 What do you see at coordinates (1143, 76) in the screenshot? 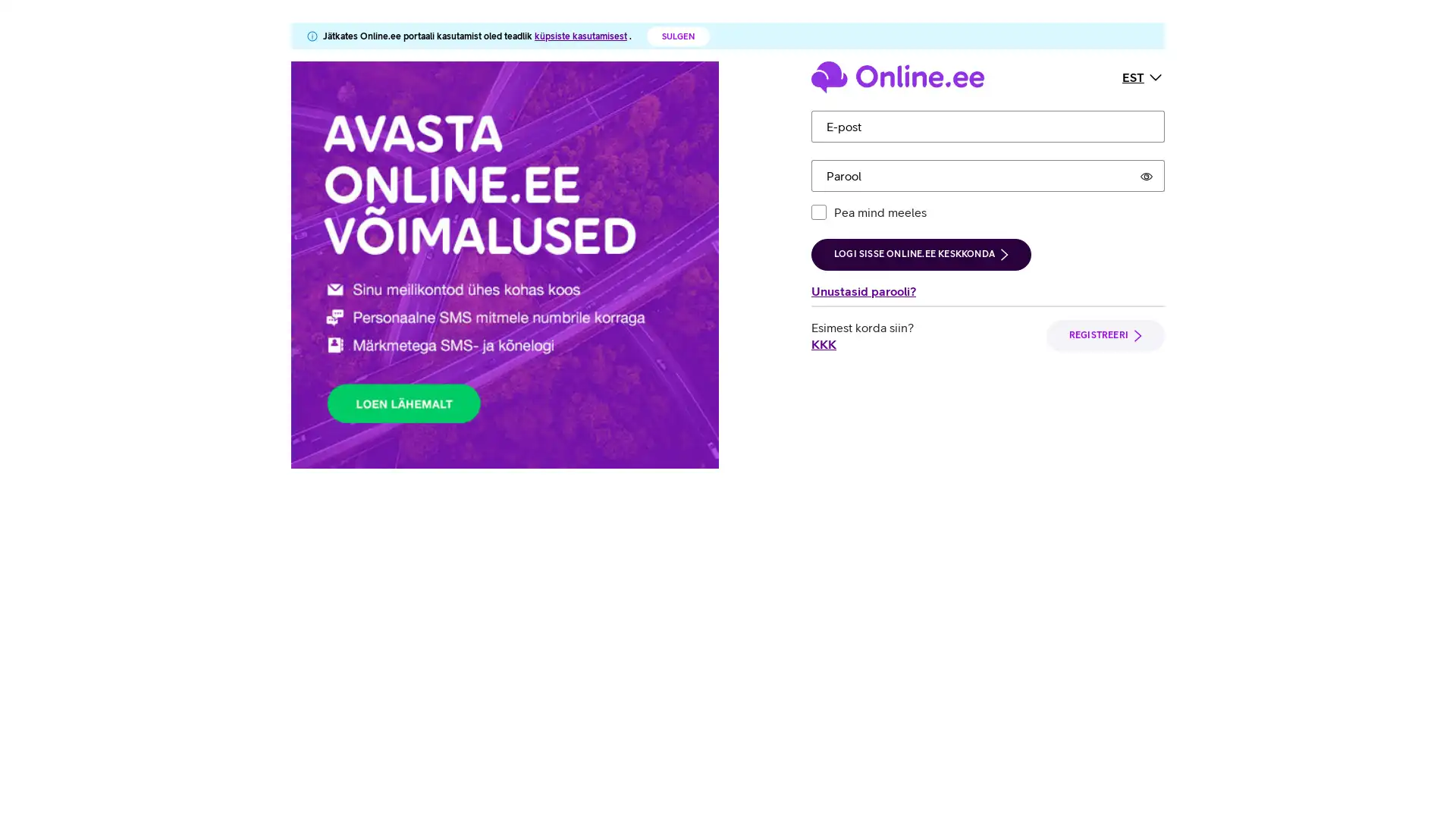
I see `EST` at bounding box center [1143, 76].